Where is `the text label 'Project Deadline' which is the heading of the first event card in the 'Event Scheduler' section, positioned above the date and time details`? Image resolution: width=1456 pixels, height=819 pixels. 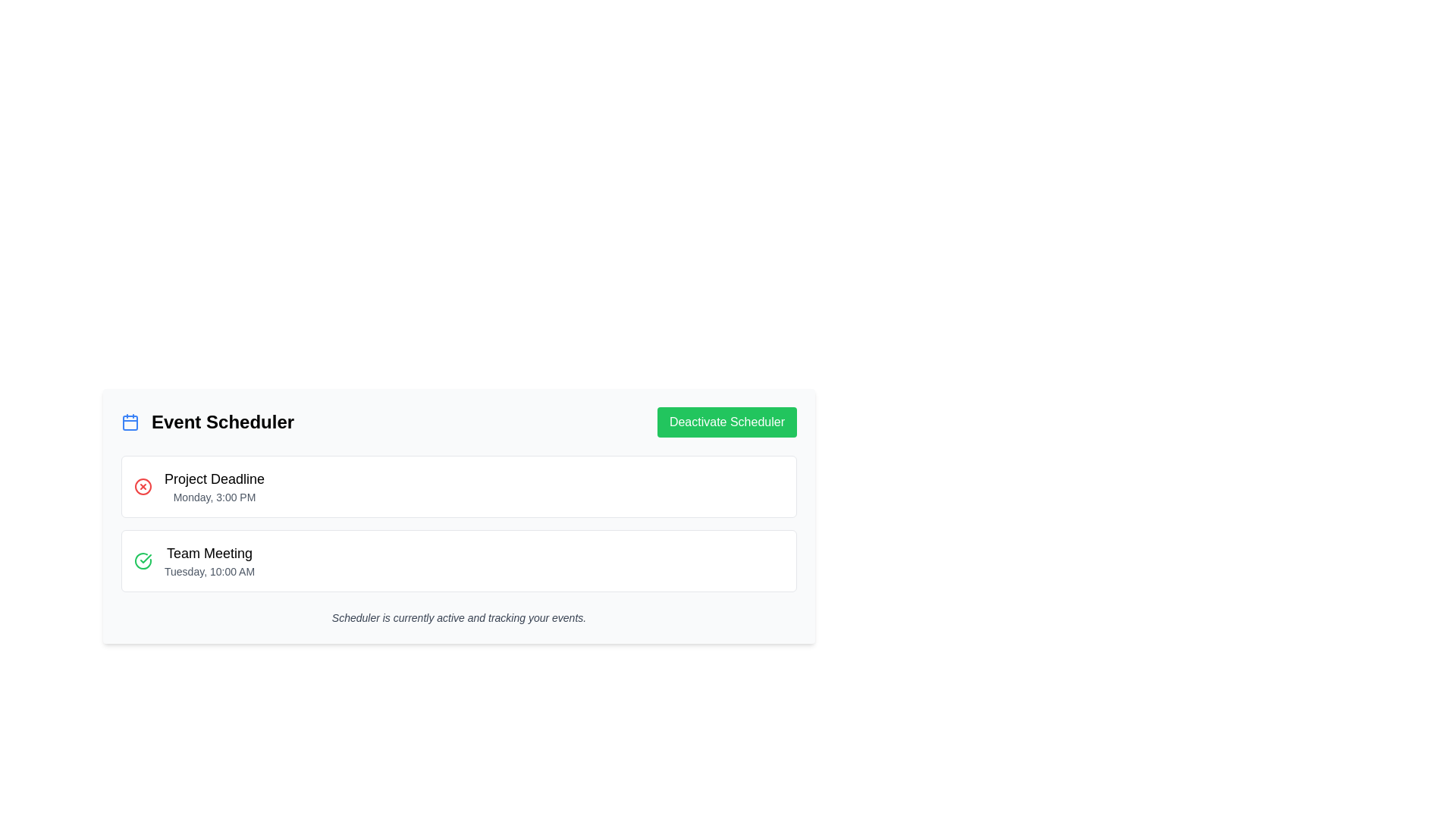
the text label 'Project Deadline' which is the heading of the first event card in the 'Event Scheduler' section, positioned above the date and time details is located at coordinates (214, 479).